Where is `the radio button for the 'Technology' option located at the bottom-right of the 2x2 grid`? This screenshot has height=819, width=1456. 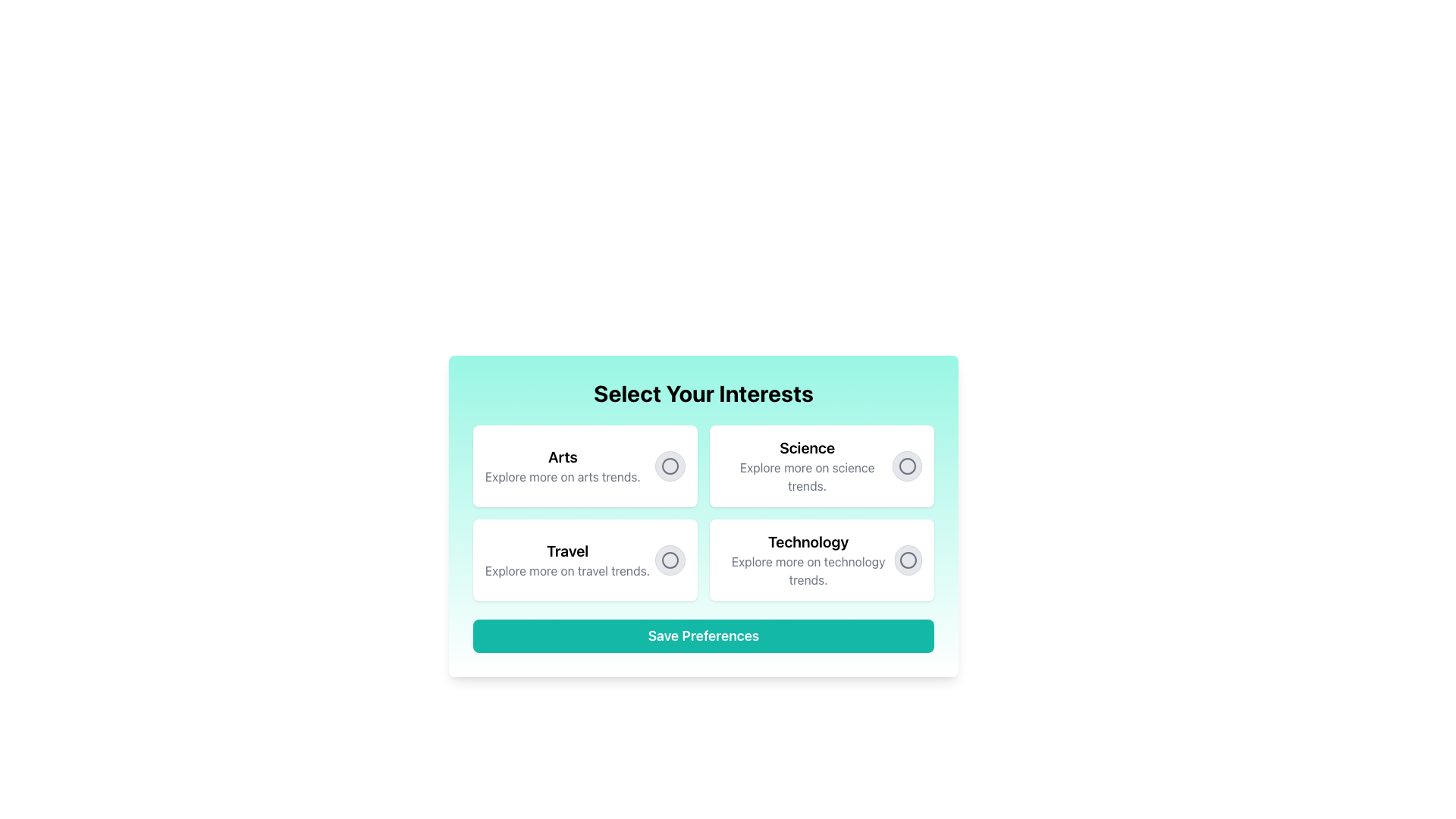
the radio button for the 'Technology' option located at the bottom-right of the 2x2 grid is located at coordinates (908, 560).